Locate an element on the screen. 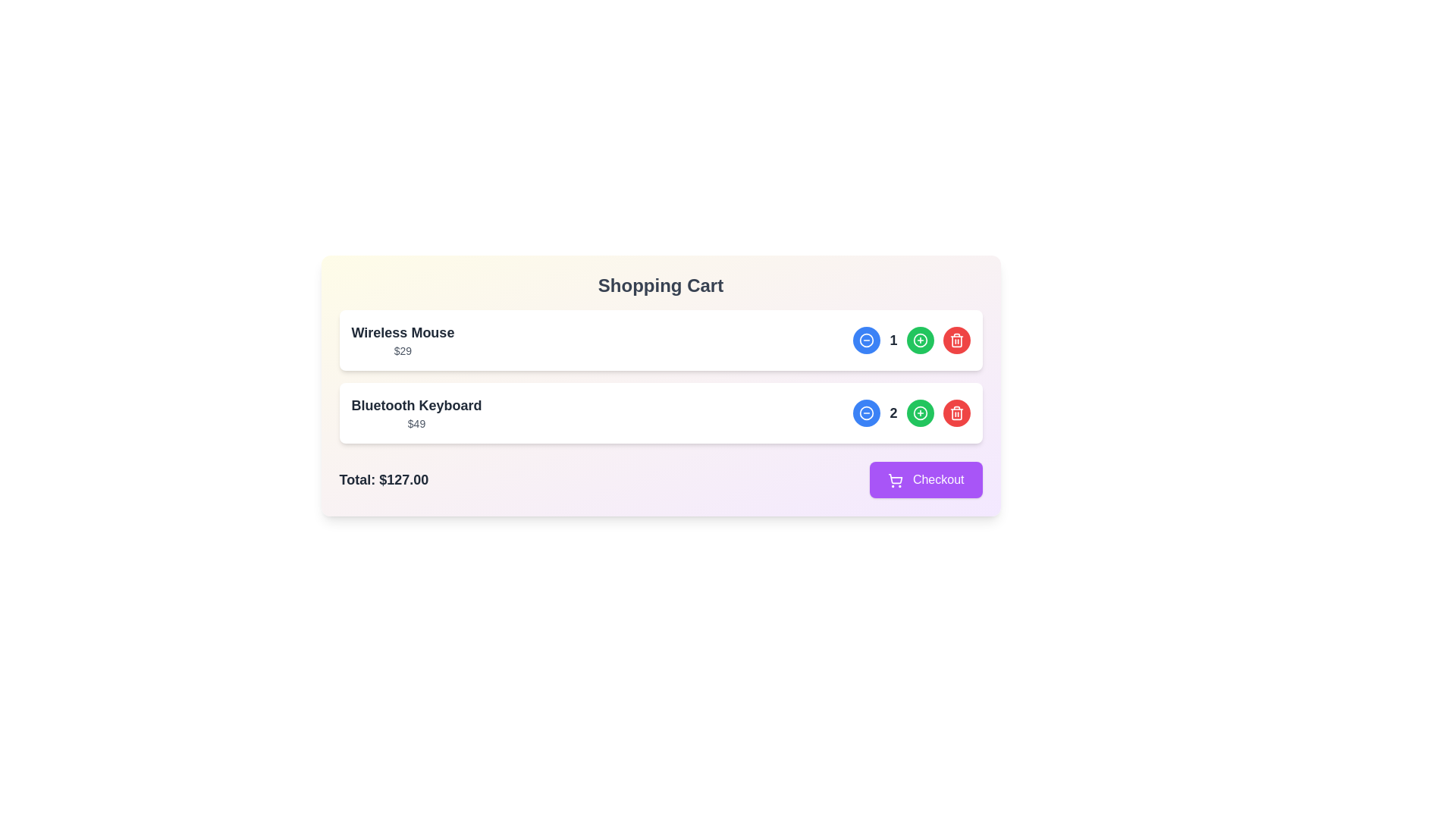 The image size is (1456, 819). text content of the label representing the second shopping cart item, which displays the product name and price under the 'Wireless Mouse' entry is located at coordinates (416, 413).